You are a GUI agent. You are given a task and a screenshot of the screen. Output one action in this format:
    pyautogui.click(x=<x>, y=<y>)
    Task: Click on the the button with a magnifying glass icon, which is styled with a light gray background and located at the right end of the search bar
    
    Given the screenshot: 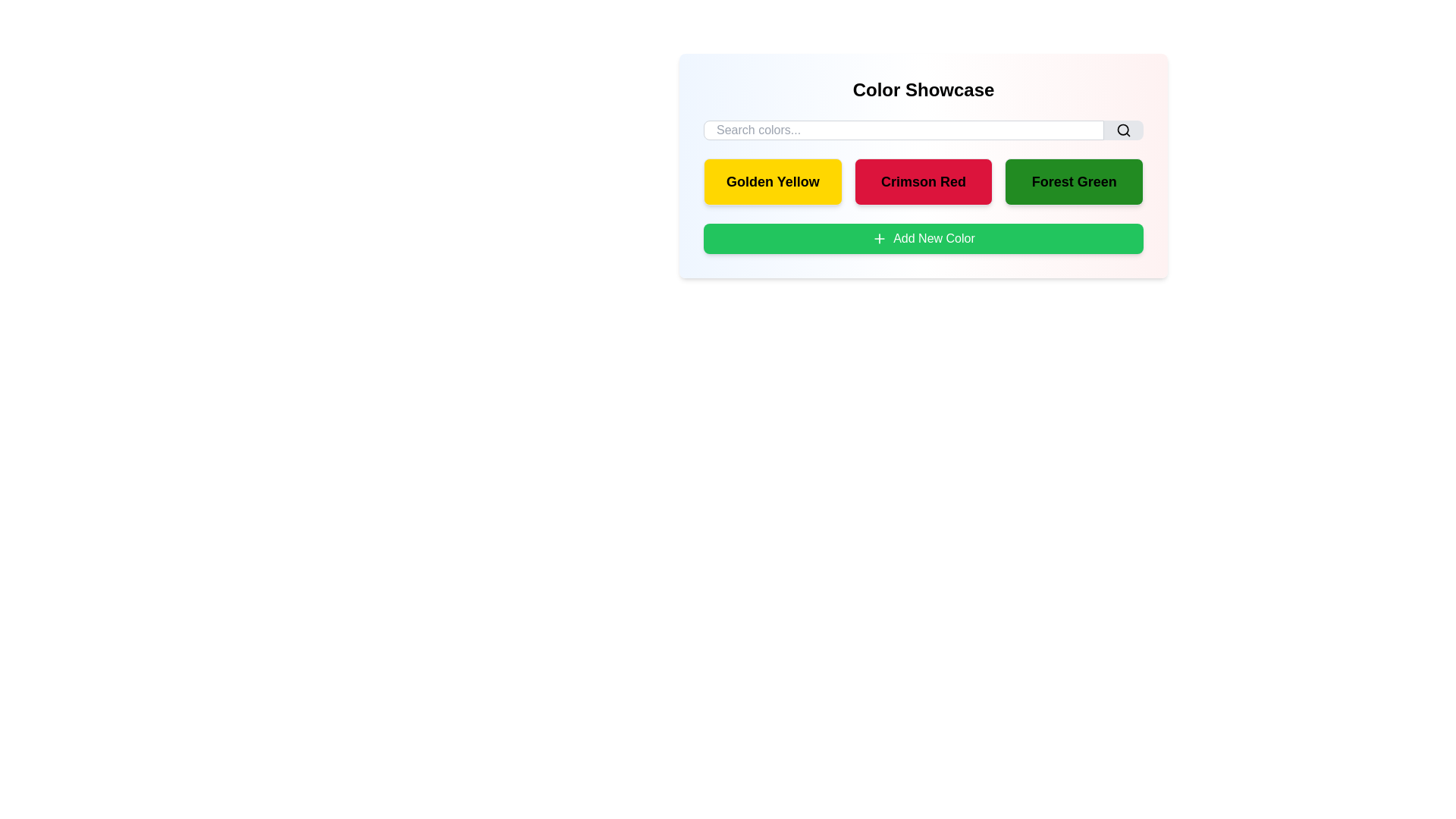 What is the action you would take?
    pyautogui.click(x=1124, y=130)
    